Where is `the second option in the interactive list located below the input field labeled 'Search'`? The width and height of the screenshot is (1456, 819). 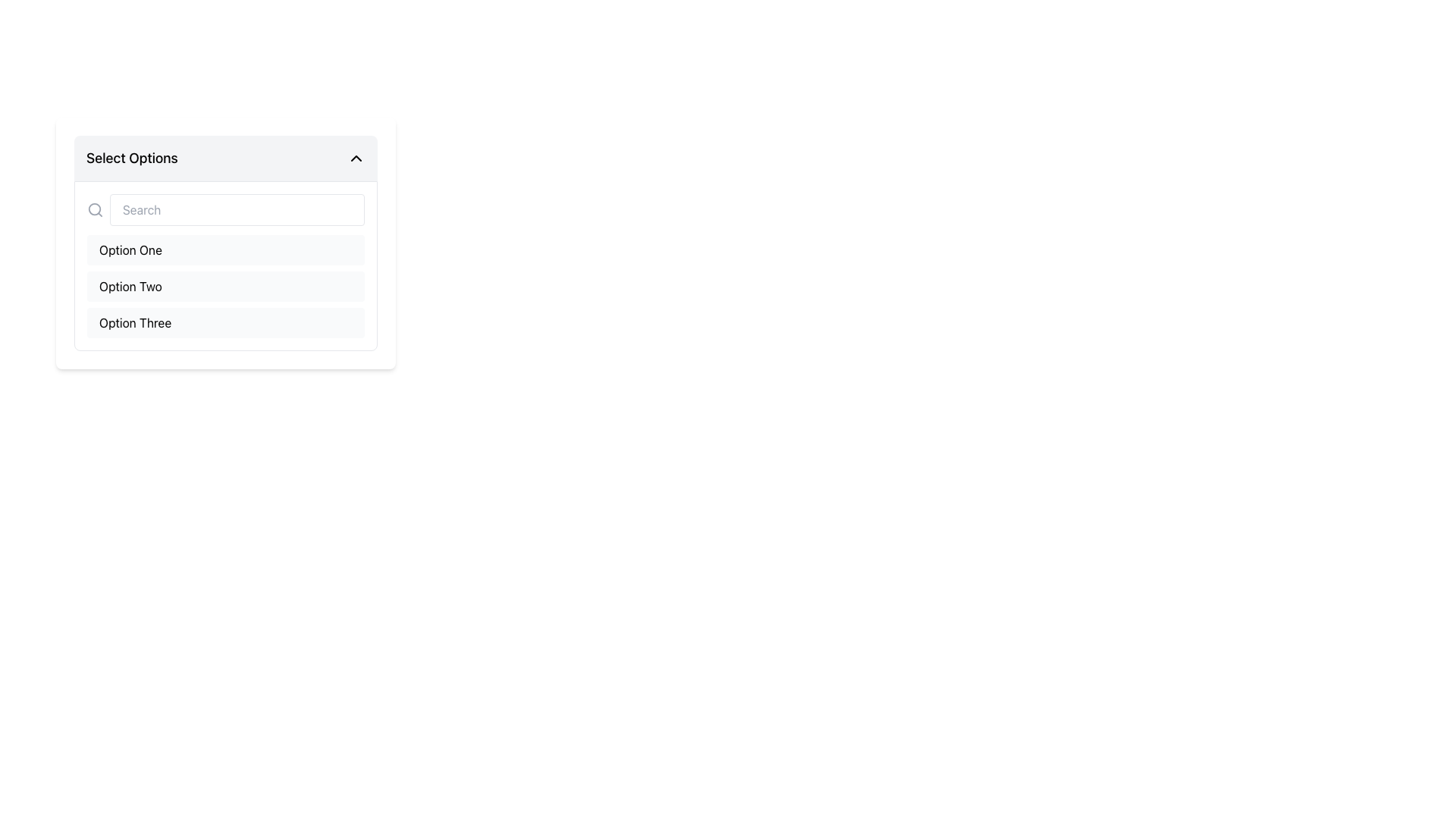
the second option in the interactive list located below the input field labeled 'Search' is located at coordinates (224, 287).